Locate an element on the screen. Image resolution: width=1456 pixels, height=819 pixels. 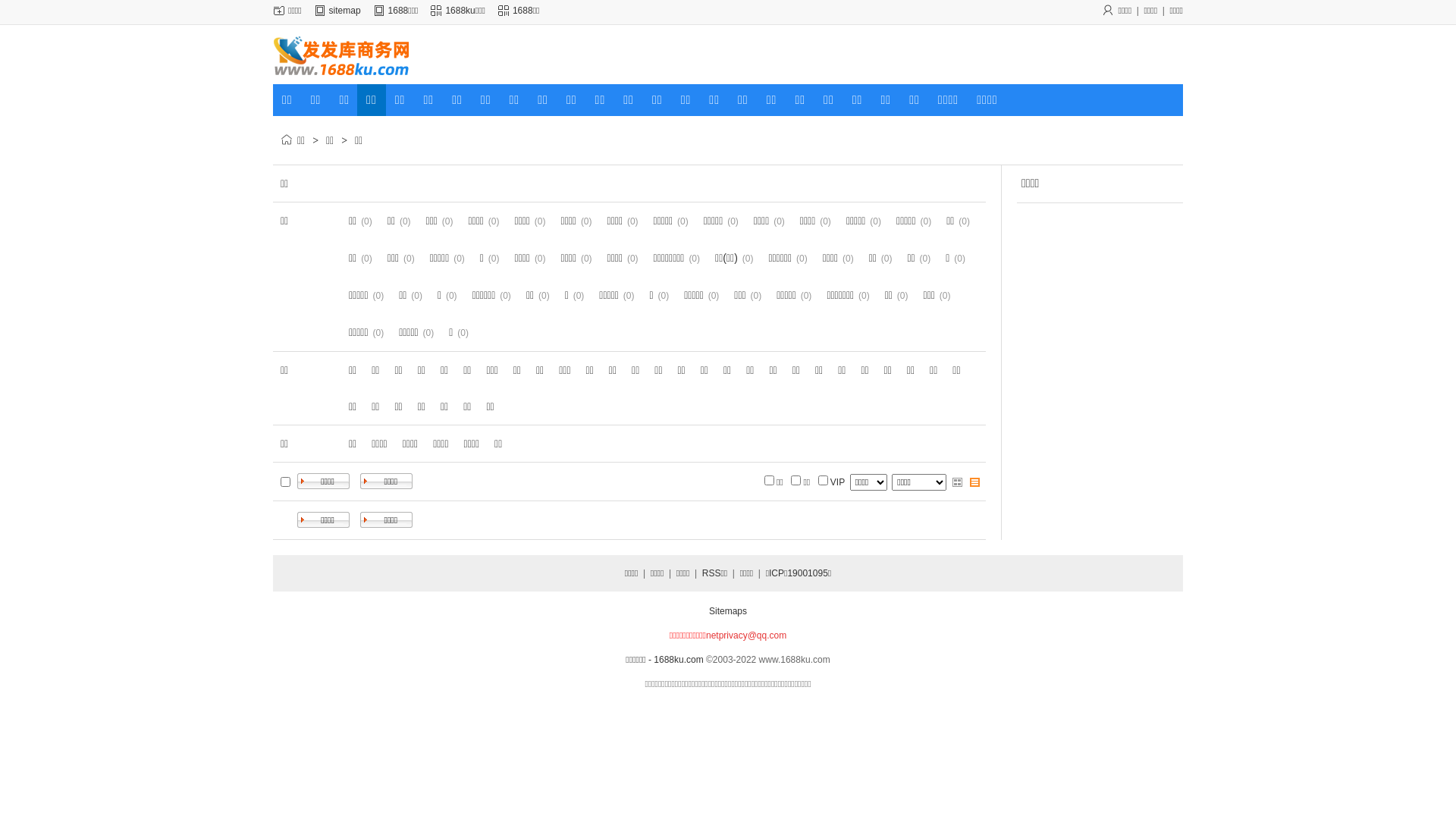
'on' is located at coordinates (769, 479).